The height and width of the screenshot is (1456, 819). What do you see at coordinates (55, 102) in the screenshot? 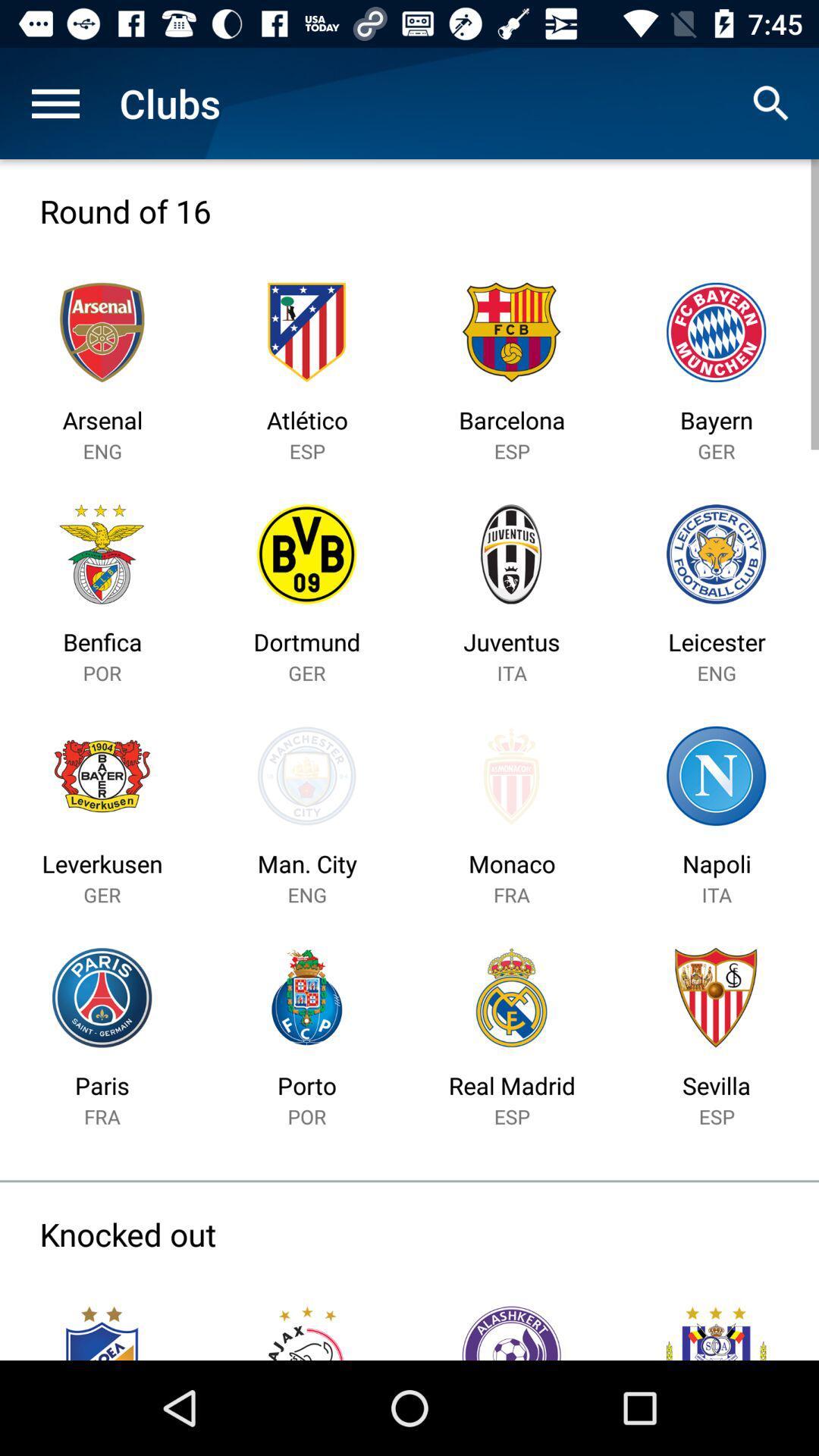
I see `menu button bar option` at bounding box center [55, 102].